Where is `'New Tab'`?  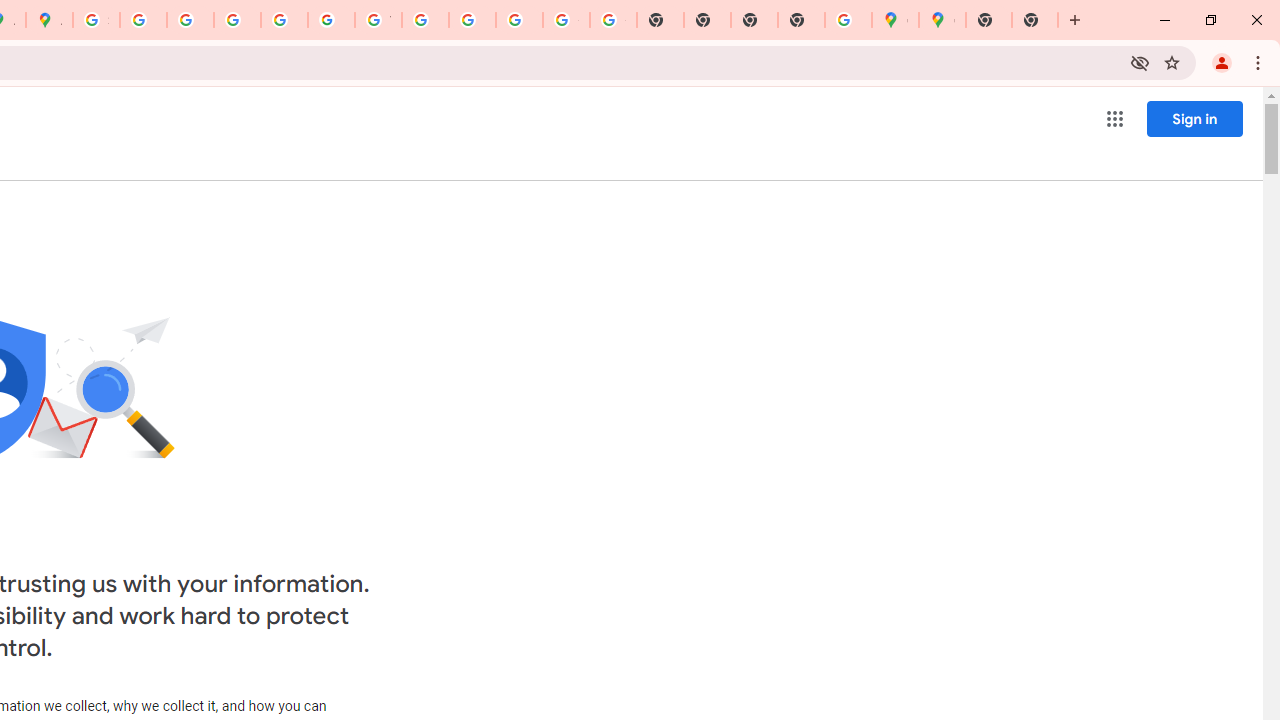 'New Tab' is located at coordinates (989, 20).